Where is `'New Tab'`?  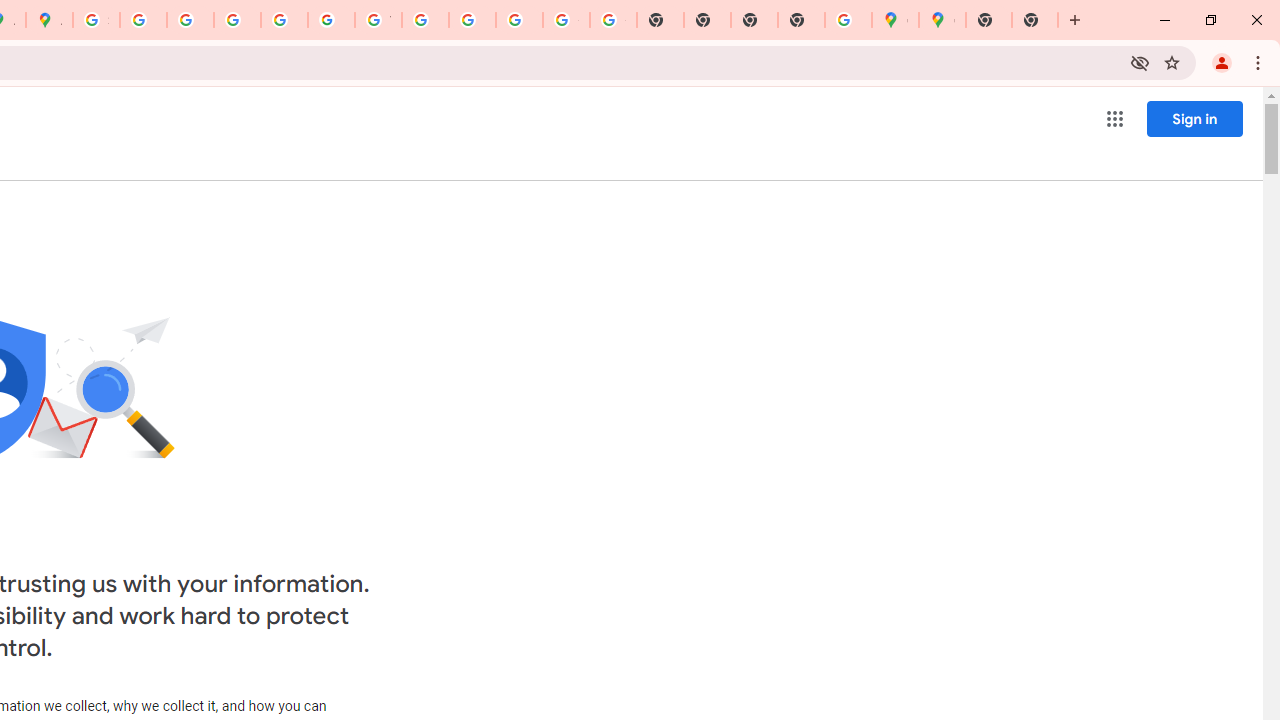 'New Tab' is located at coordinates (989, 20).